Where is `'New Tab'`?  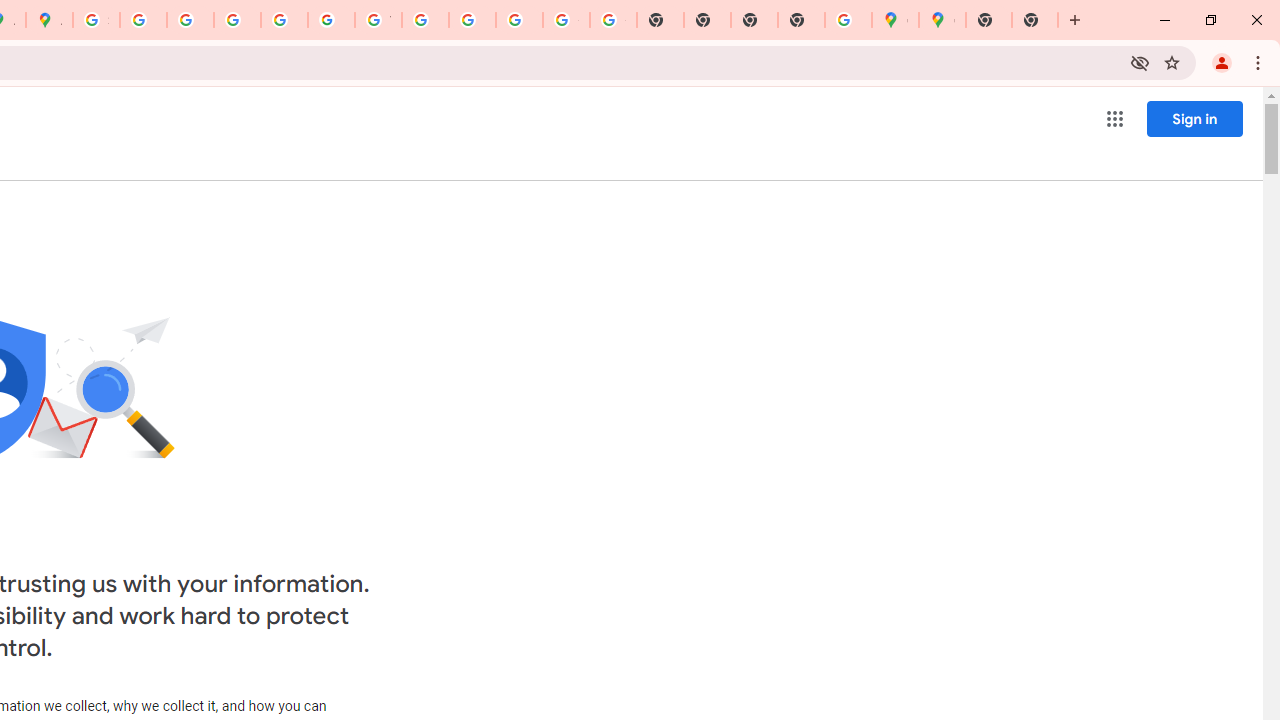 'New Tab' is located at coordinates (989, 20).